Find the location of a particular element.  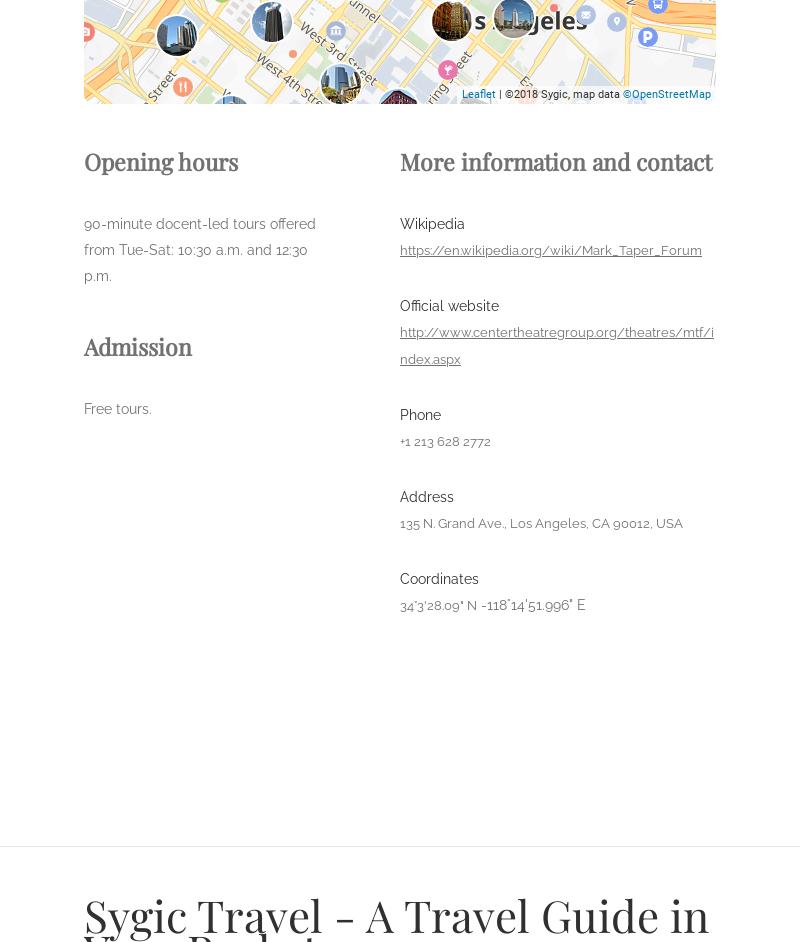

'-118°14'51.996" E' is located at coordinates (532, 605).